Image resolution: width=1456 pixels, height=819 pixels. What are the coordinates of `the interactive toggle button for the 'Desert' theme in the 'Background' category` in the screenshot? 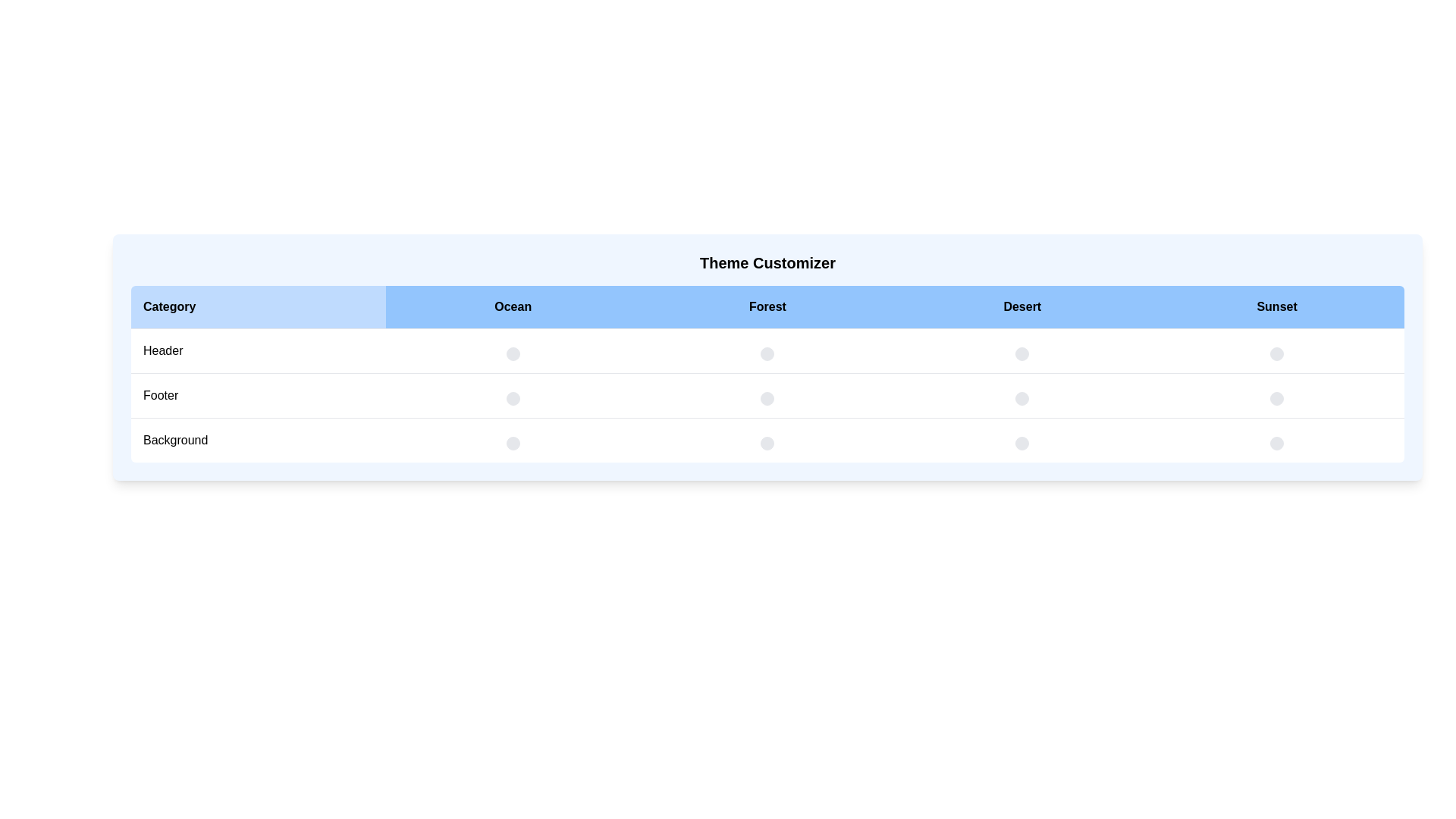 It's located at (1022, 444).